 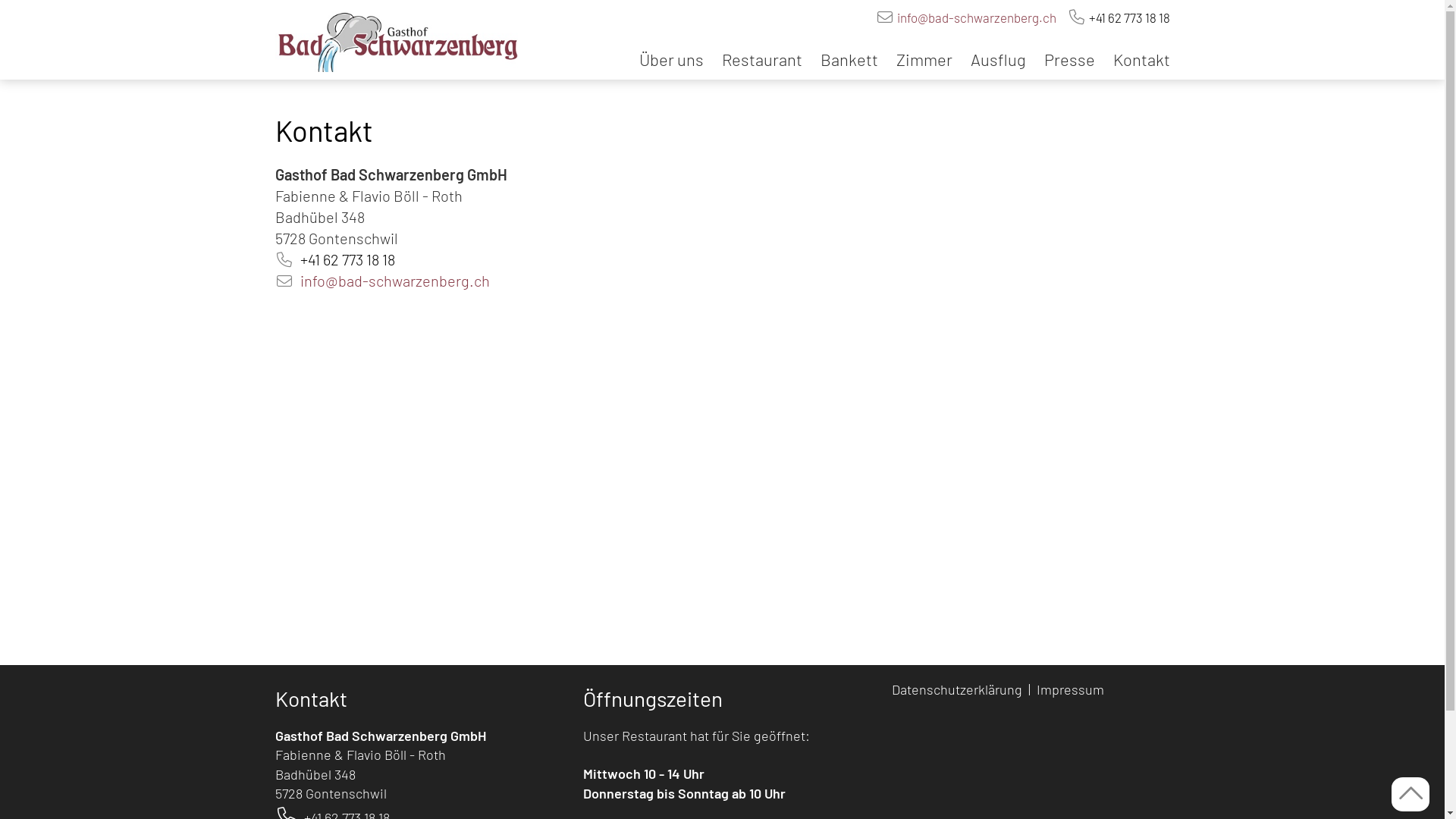 What do you see at coordinates (1068, 58) in the screenshot?
I see `'Presse'` at bounding box center [1068, 58].